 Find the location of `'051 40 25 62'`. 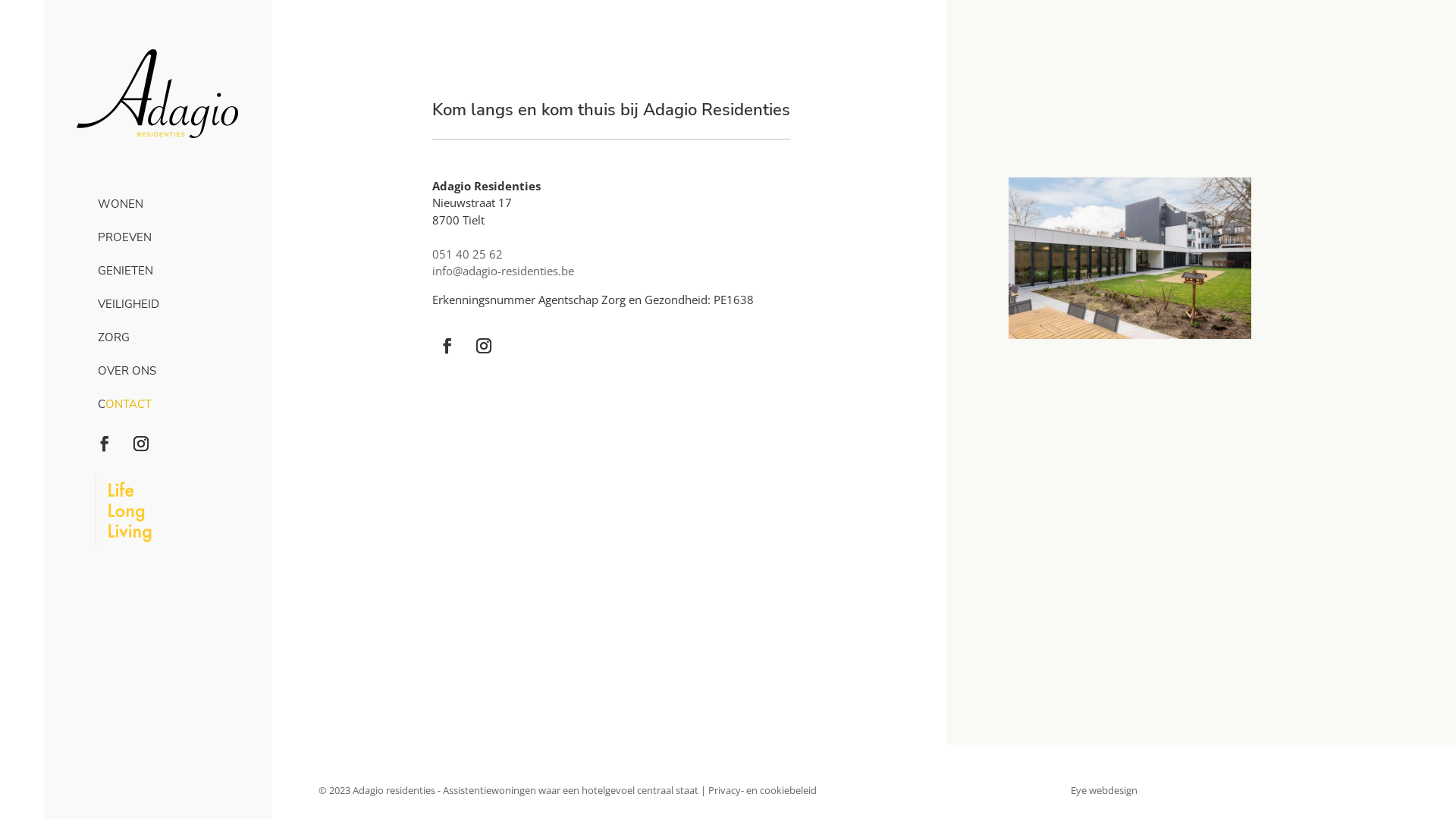

'051 40 25 62' is located at coordinates (466, 253).